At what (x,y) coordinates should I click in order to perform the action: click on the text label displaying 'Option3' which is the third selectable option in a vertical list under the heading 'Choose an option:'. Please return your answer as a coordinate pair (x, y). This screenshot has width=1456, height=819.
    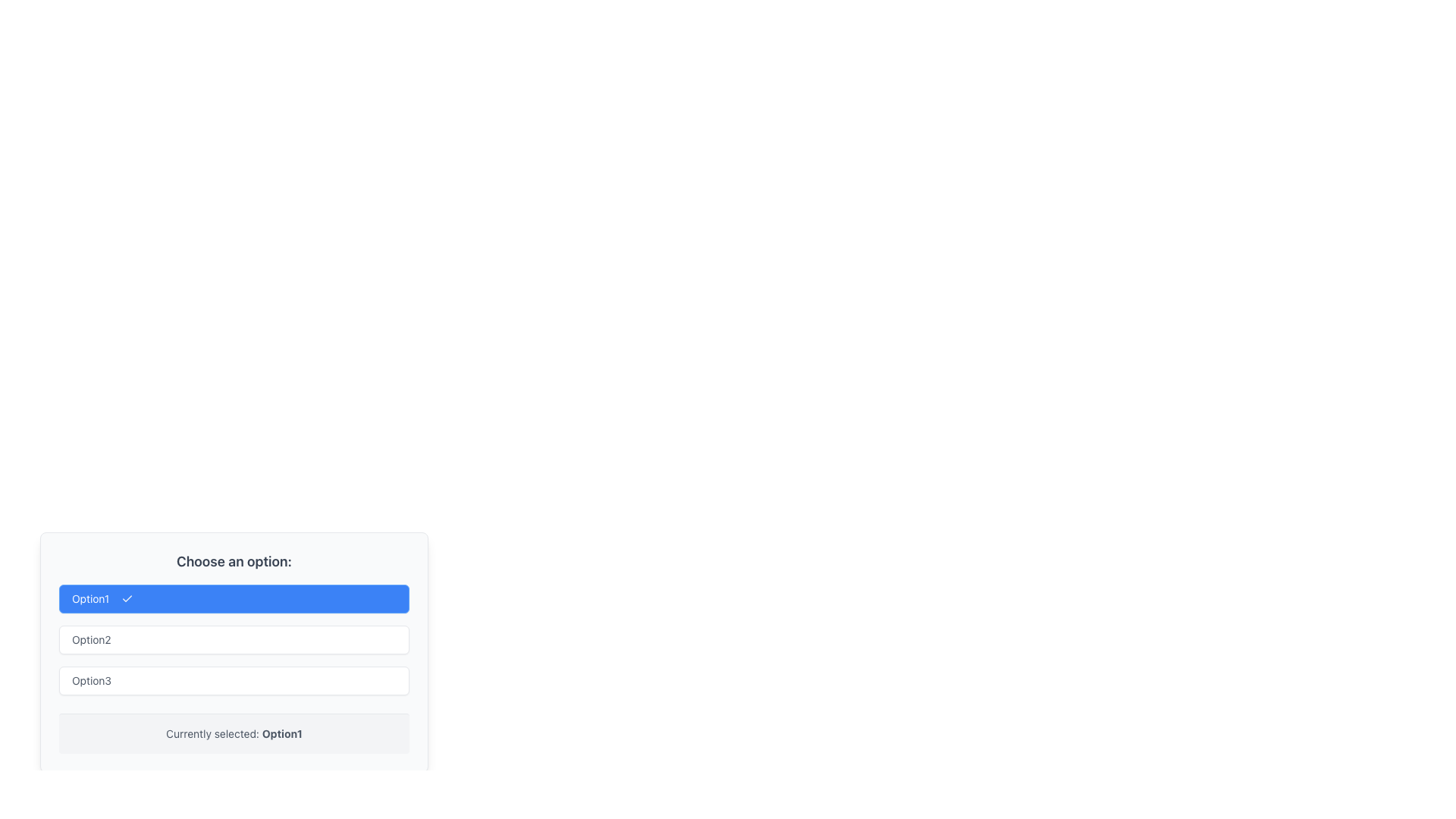
    Looking at the image, I should click on (90, 680).